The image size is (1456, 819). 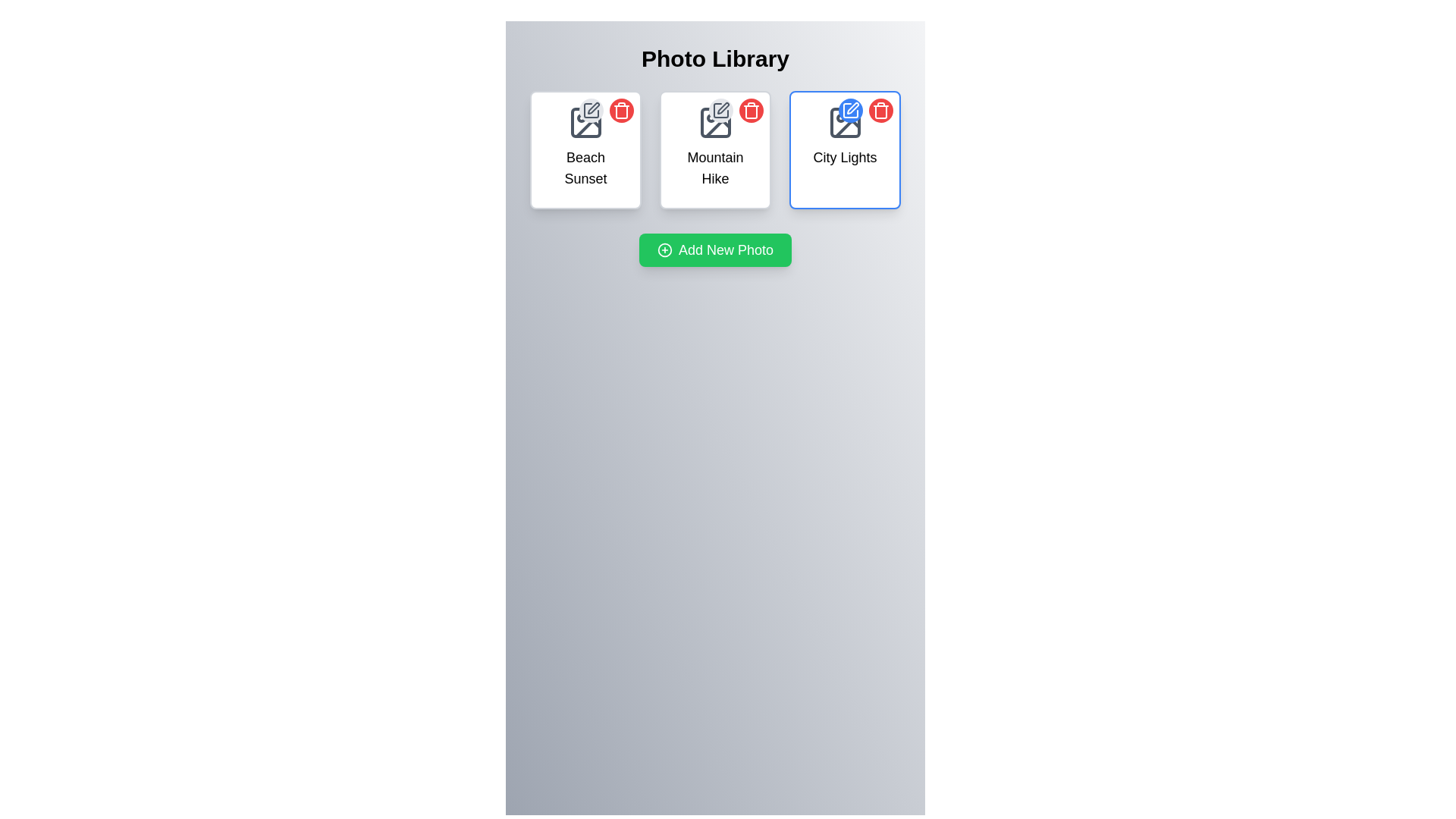 What do you see at coordinates (851, 110) in the screenshot?
I see `the interactive icon located in the upper-right corner of the 'City Lights' card to interact with it` at bounding box center [851, 110].